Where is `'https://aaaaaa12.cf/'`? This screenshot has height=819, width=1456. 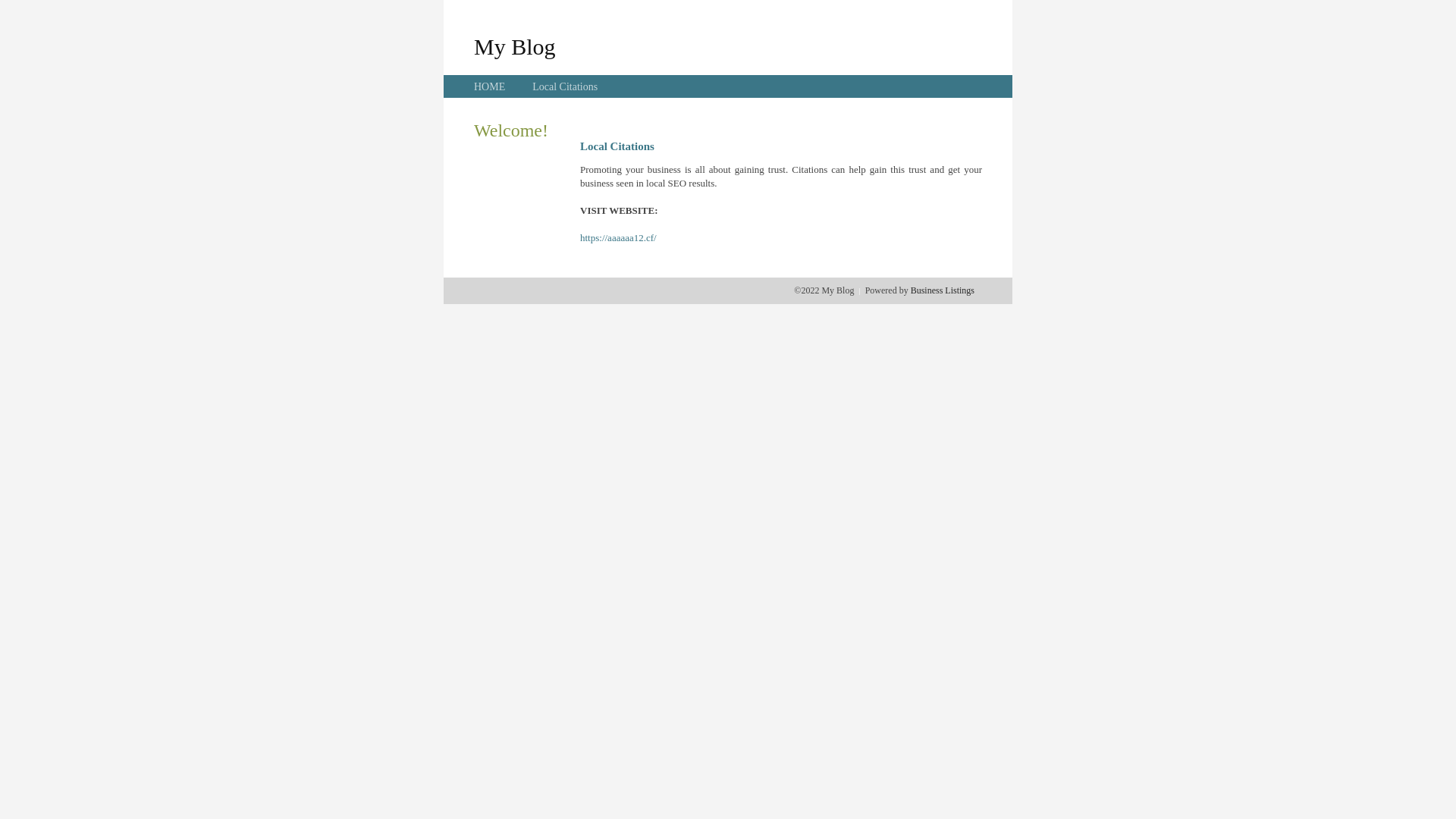
'https://aaaaaa12.cf/' is located at coordinates (579, 237).